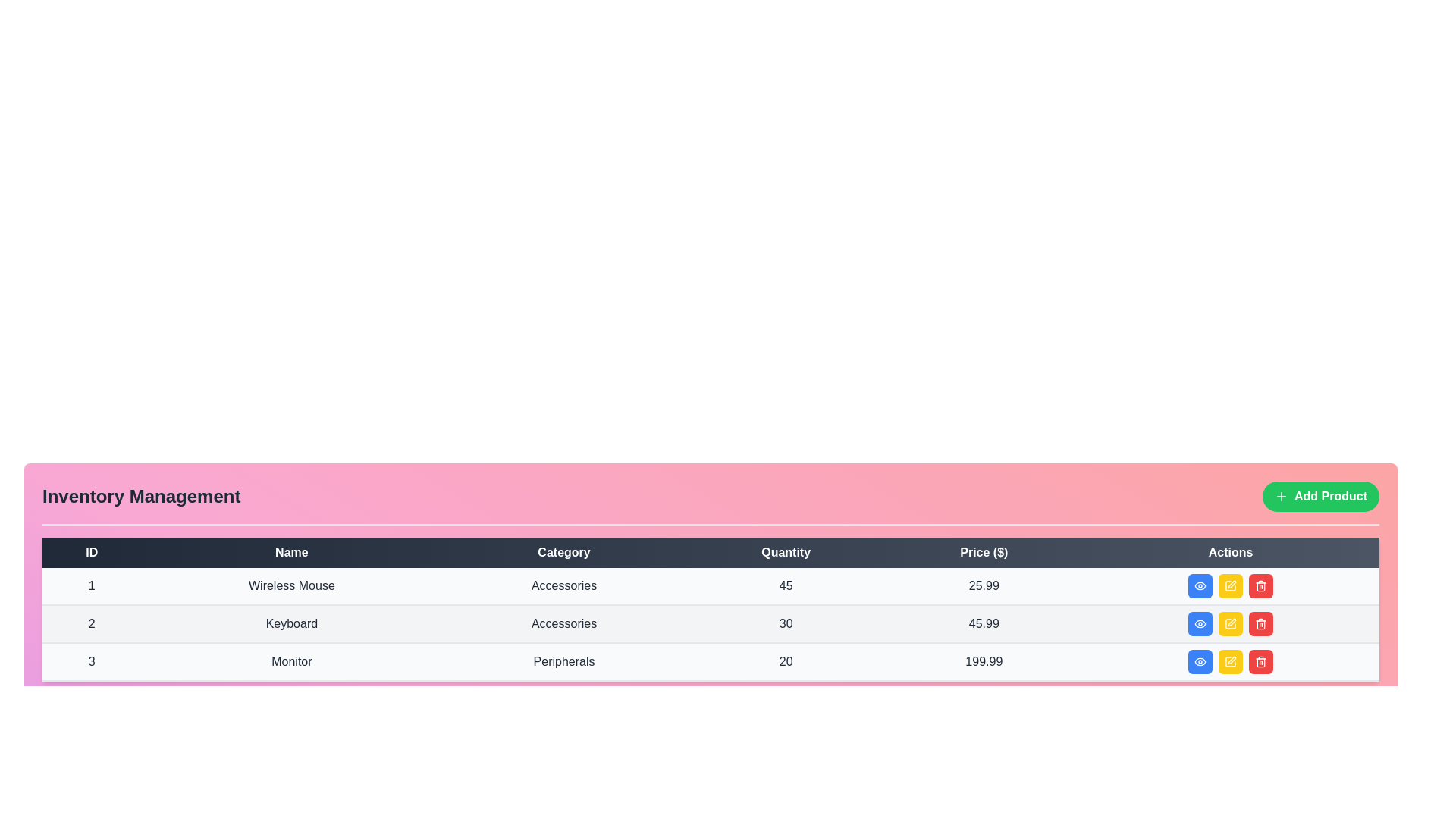  What do you see at coordinates (291, 553) in the screenshot?
I see `the 'Name' header label in the table, which is the second entry in the row of column headers, positioned between the 'ID' and 'Category' headers` at bounding box center [291, 553].